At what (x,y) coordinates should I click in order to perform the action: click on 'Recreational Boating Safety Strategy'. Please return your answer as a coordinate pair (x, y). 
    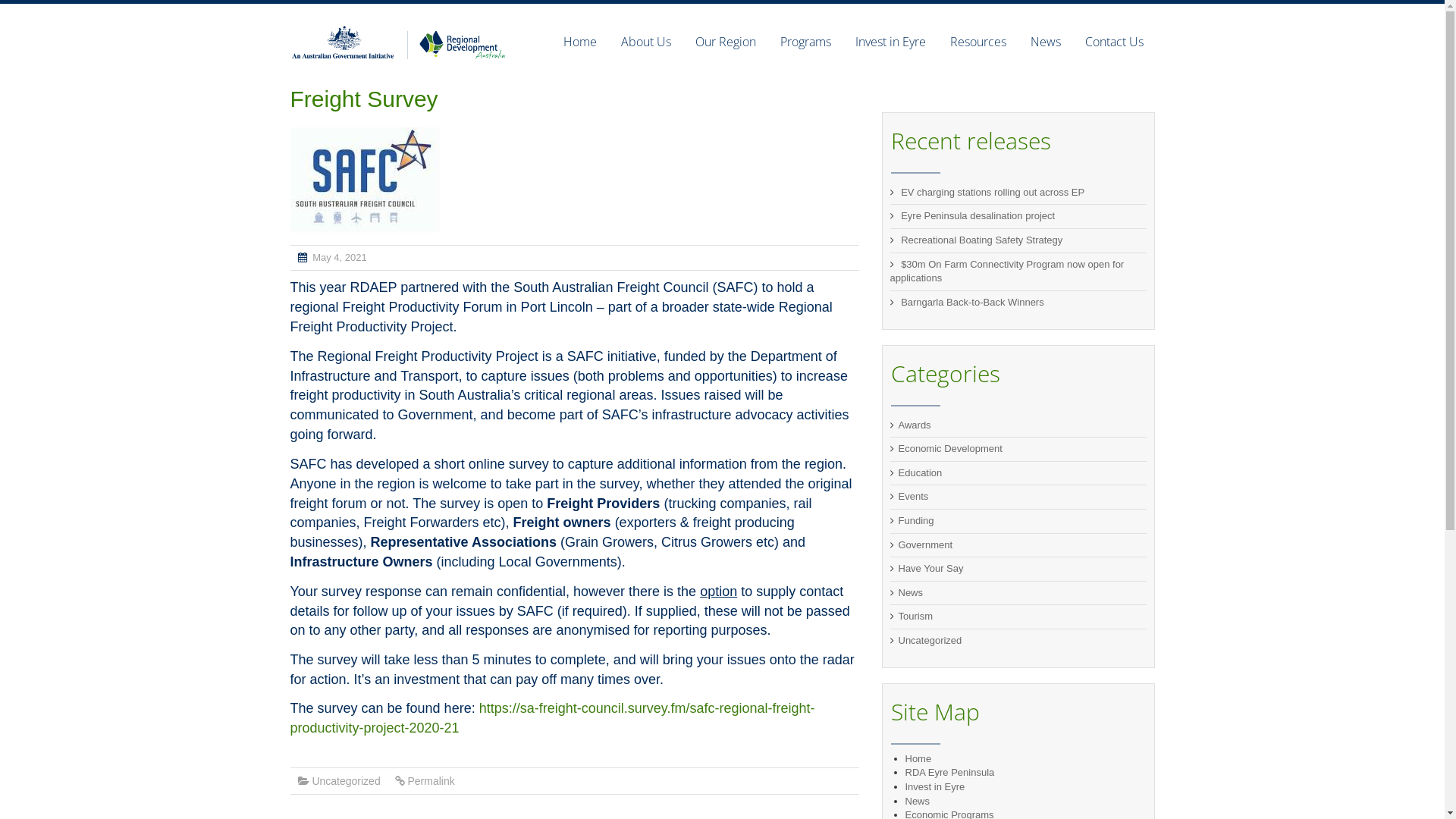
    Looking at the image, I should click on (981, 239).